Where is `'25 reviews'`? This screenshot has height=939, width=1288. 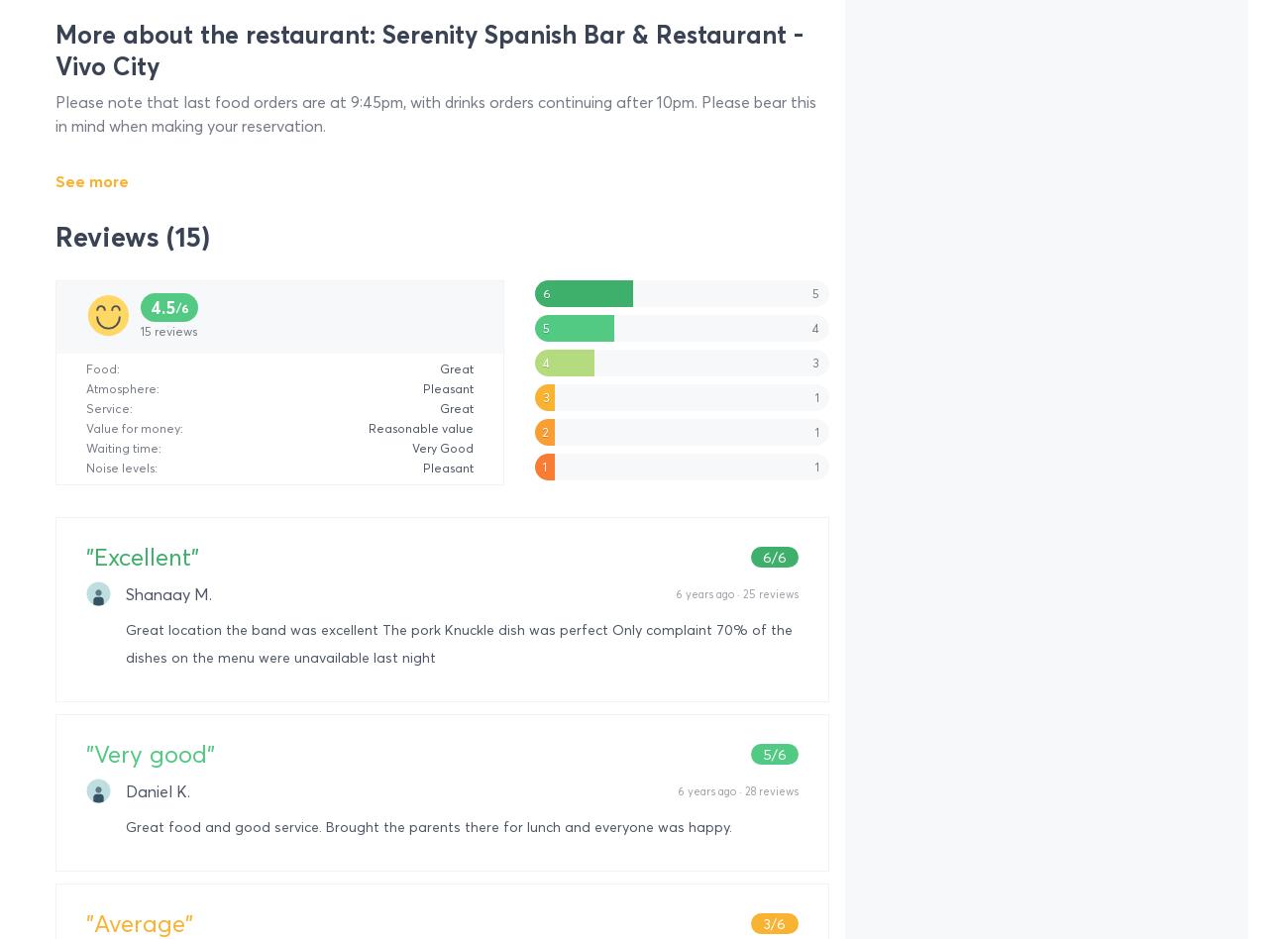 '25 reviews' is located at coordinates (770, 592).